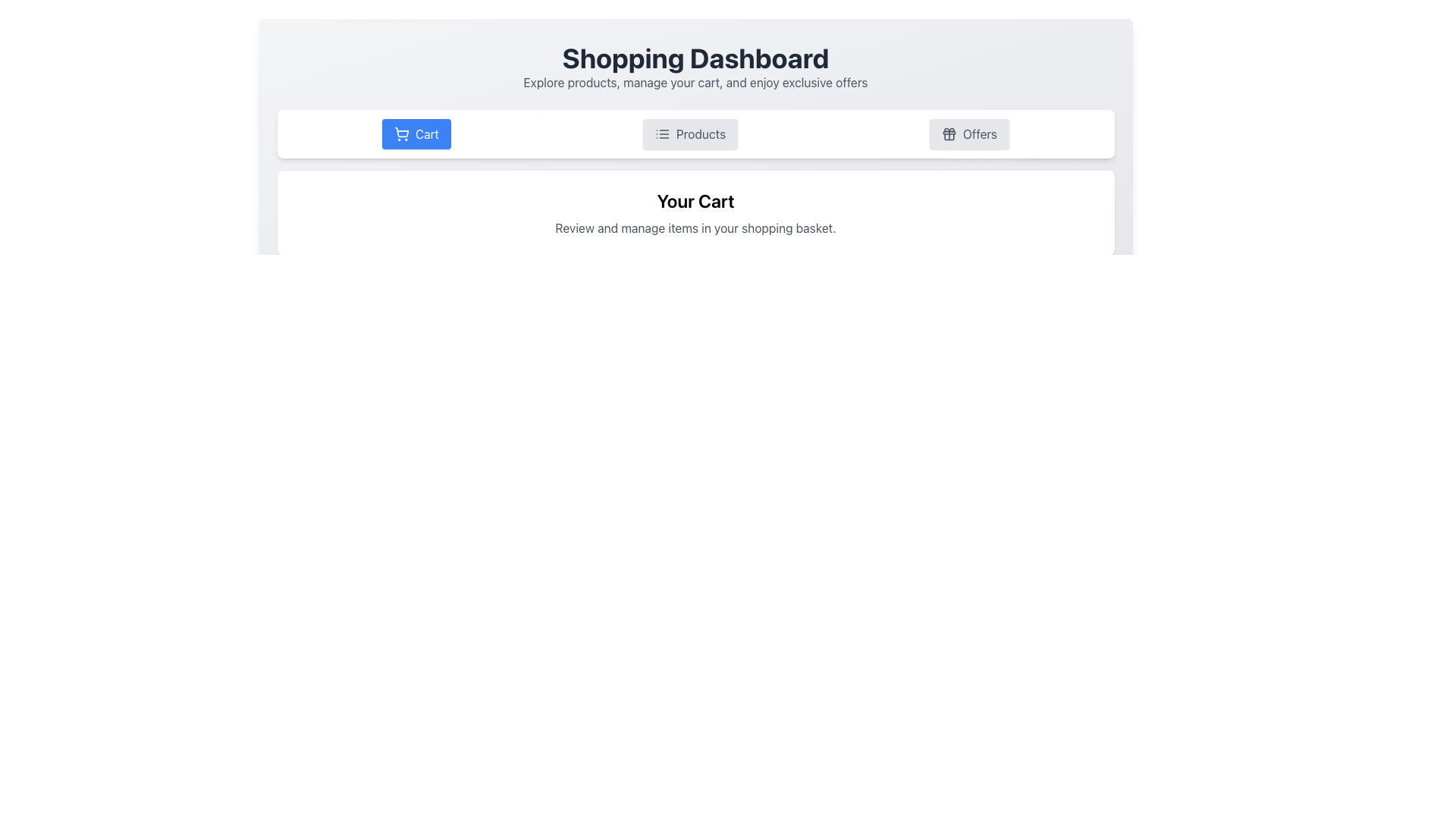 This screenshot has width=1456, height=819. I want to click on the heading element styled with a bold and large font size that contains the text 'Your Cart', which is centrally located below the navigation bar, so click(695, 200).